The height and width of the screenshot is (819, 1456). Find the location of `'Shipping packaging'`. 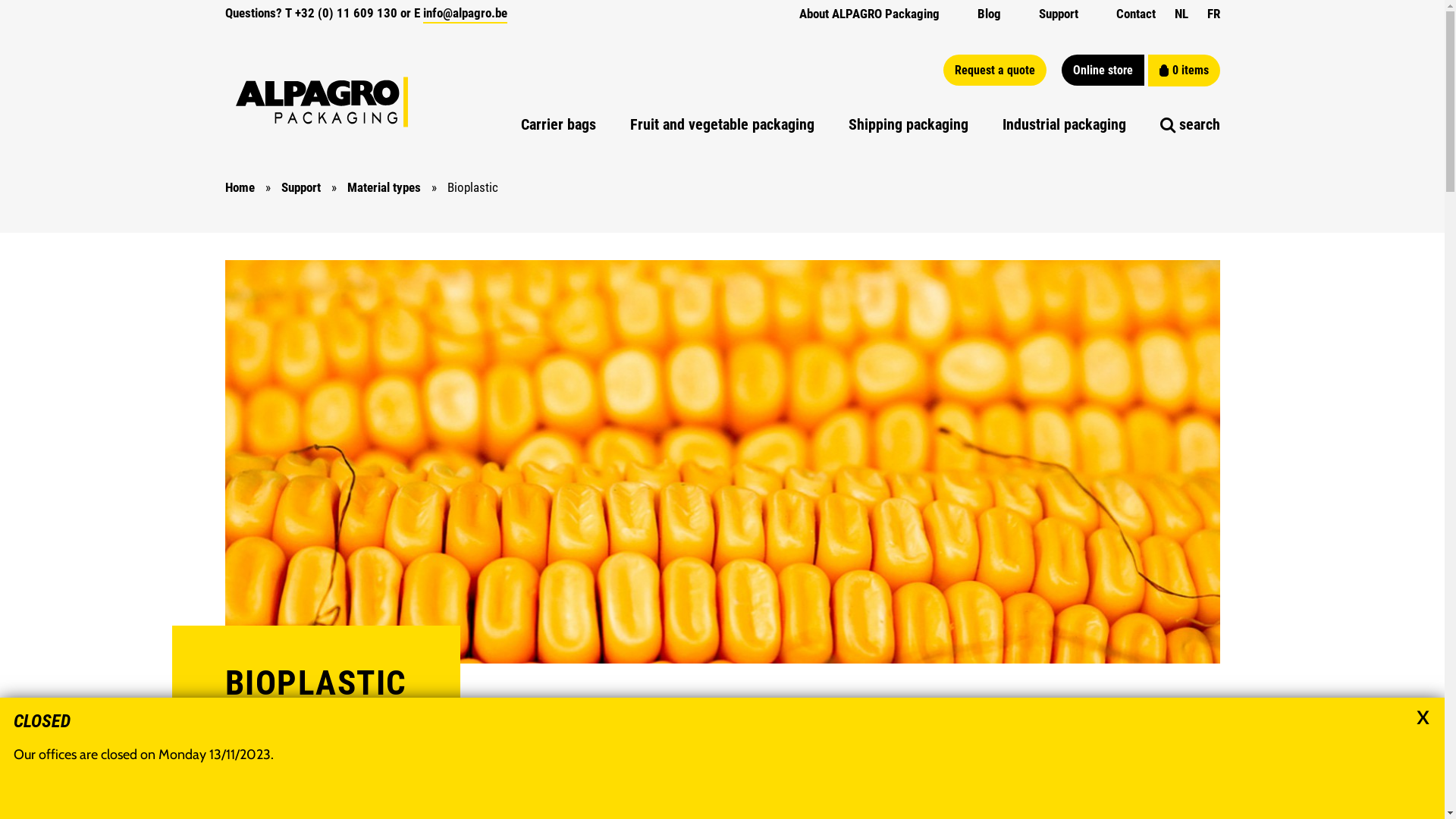

'Shipping packaging' is located at coordinates (847, 124).